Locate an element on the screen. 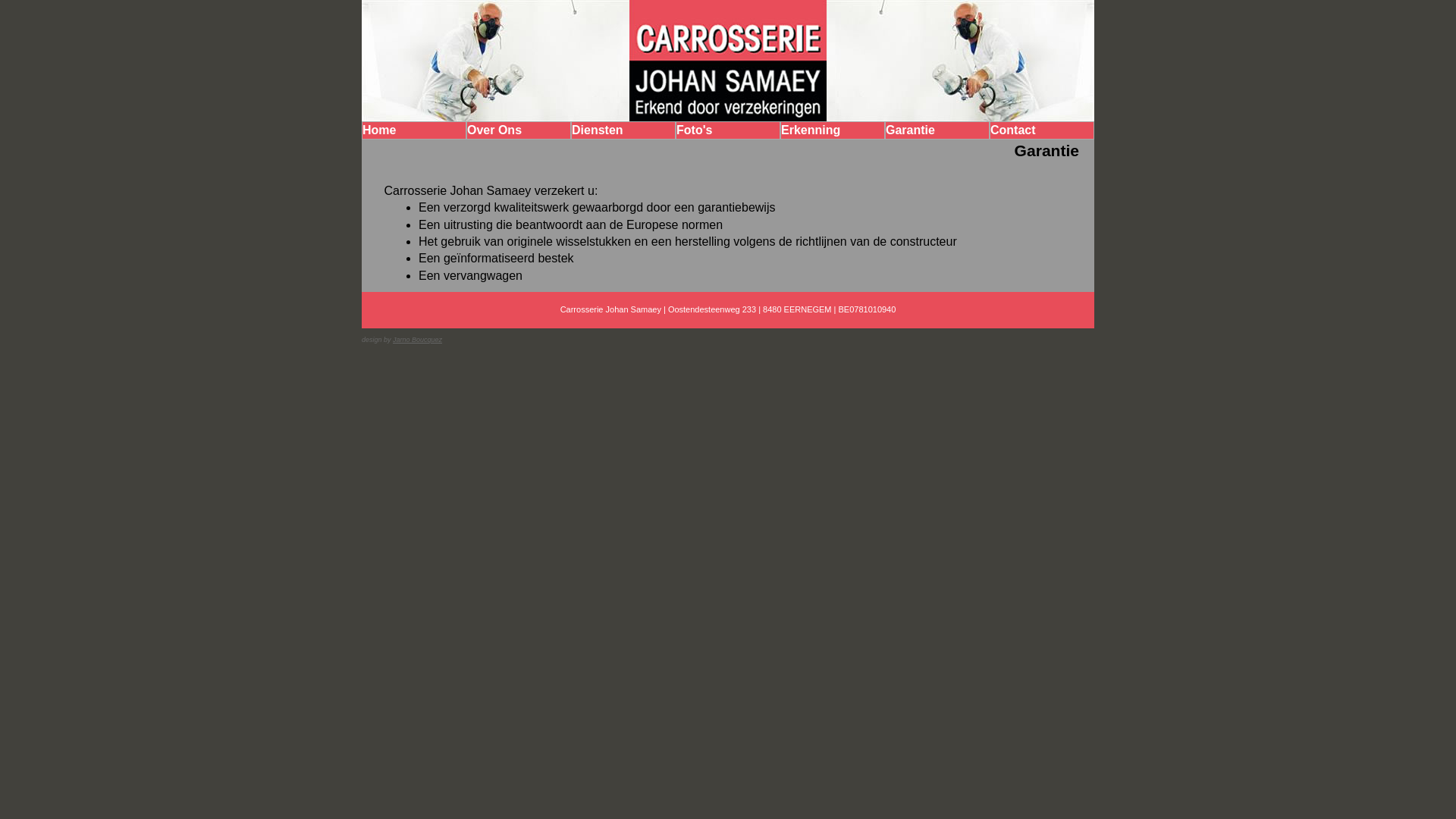 The width and height of the screenshot is (1456, 819). 'Erkenning' is located at coordinates (832, 130).